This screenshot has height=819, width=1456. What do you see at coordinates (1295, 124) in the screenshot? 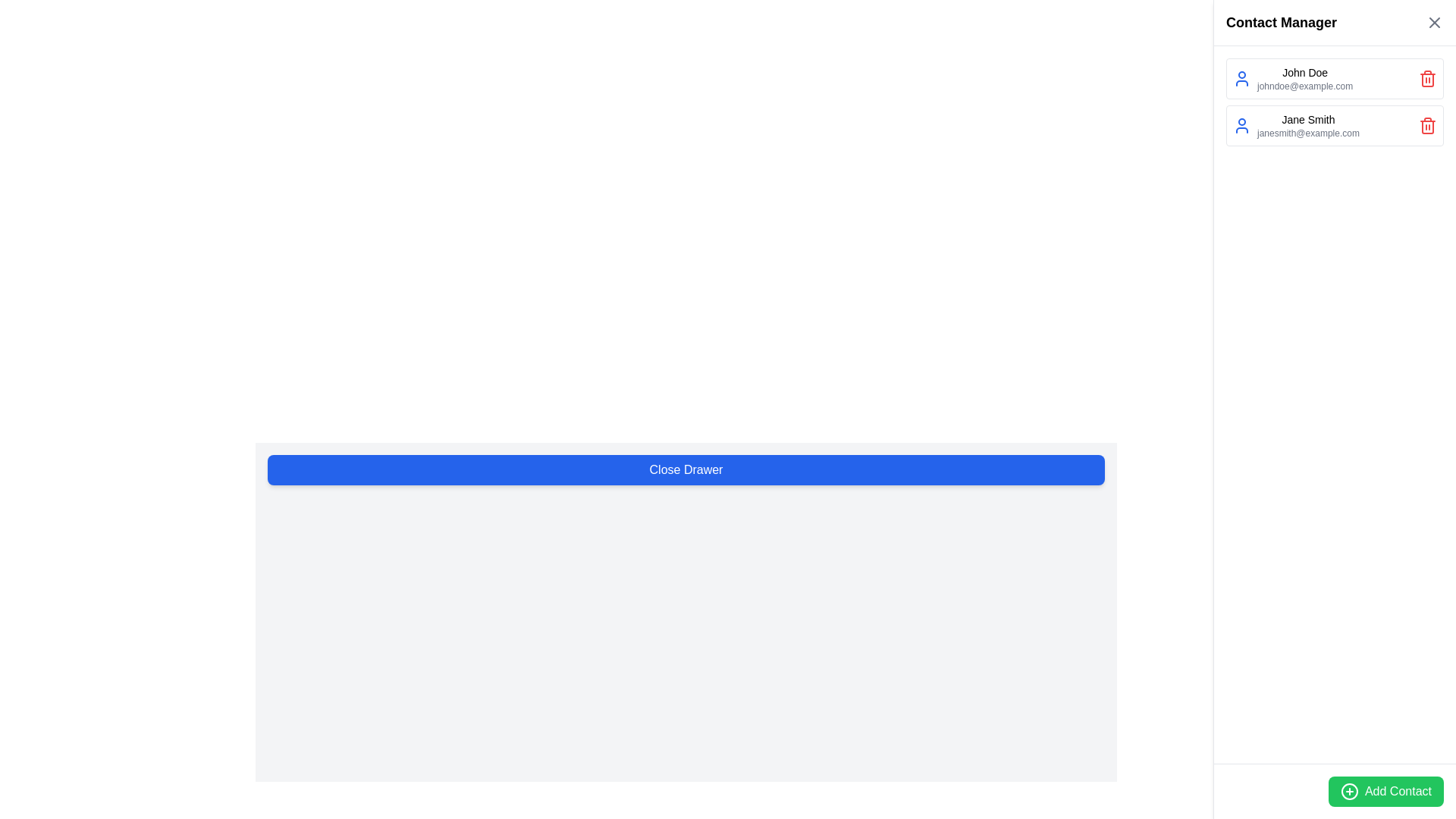
I see `the list entry for 'Jane Smith' located in the contact management system, positioned below 'John Doe' and above the 'Add Contact' button, to view details` at bounding box center [1295, 124].